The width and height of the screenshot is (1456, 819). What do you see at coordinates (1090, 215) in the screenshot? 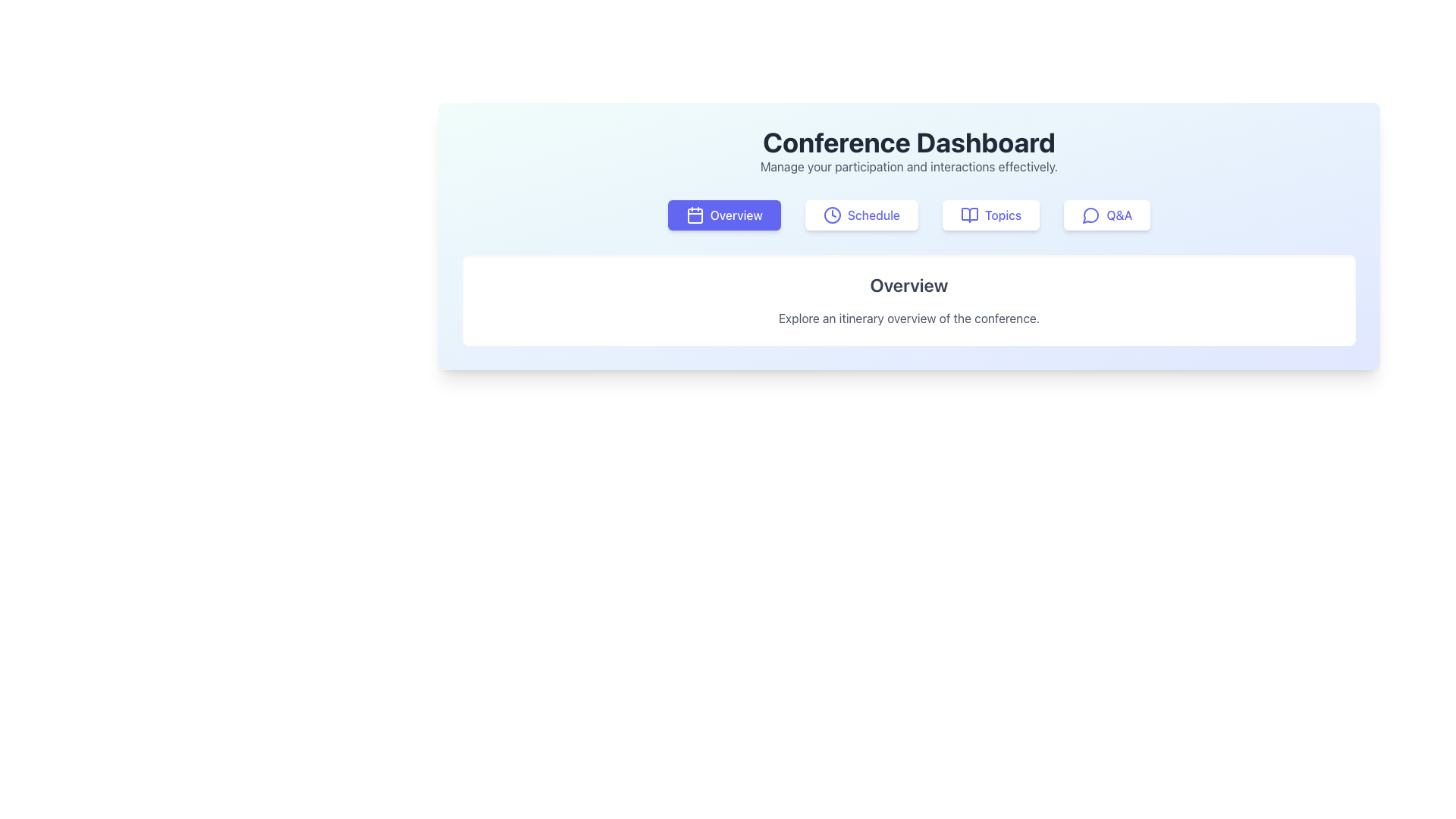
I see `the speech bubble icon within the 'Q&A' navigation button, which is part of a group of navigation buttons at the top of the interface` at bounding box center [1090, 215].